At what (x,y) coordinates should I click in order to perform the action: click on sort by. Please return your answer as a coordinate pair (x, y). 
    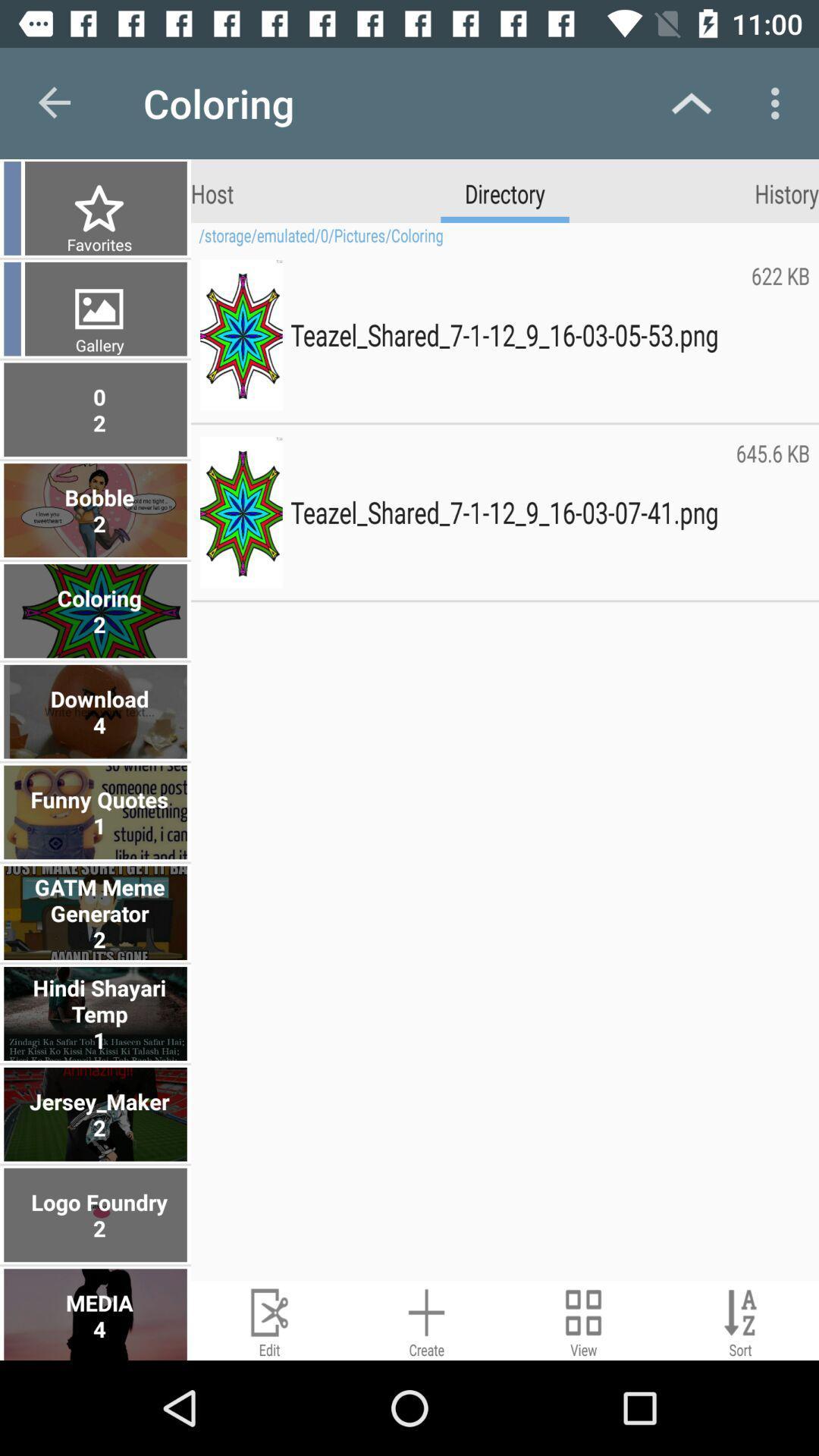
    Looking at the image, I should click on (739, 1319).